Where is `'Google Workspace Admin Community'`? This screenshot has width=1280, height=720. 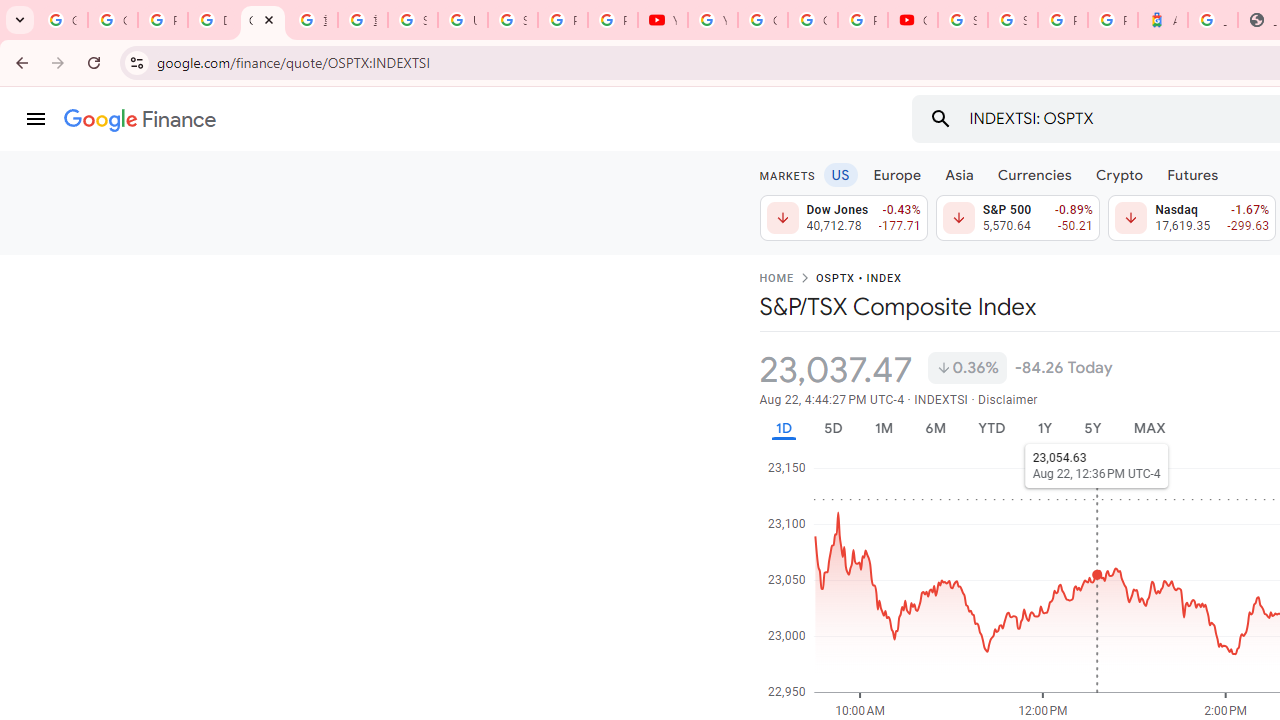
'Google Workspace Admin Community' is located at coordinates (62, 20).